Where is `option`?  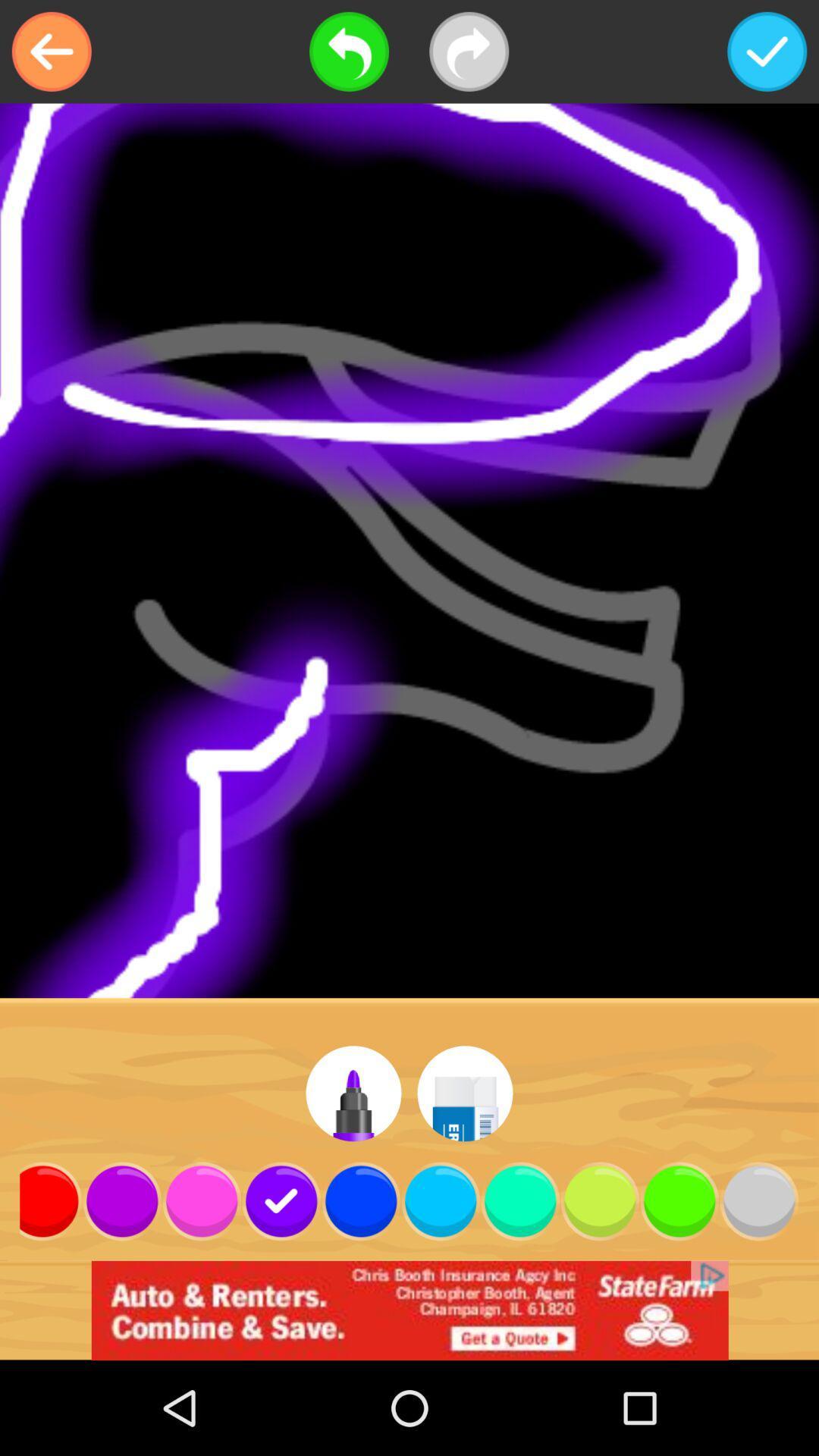
option is located at coordinates (767, 52).